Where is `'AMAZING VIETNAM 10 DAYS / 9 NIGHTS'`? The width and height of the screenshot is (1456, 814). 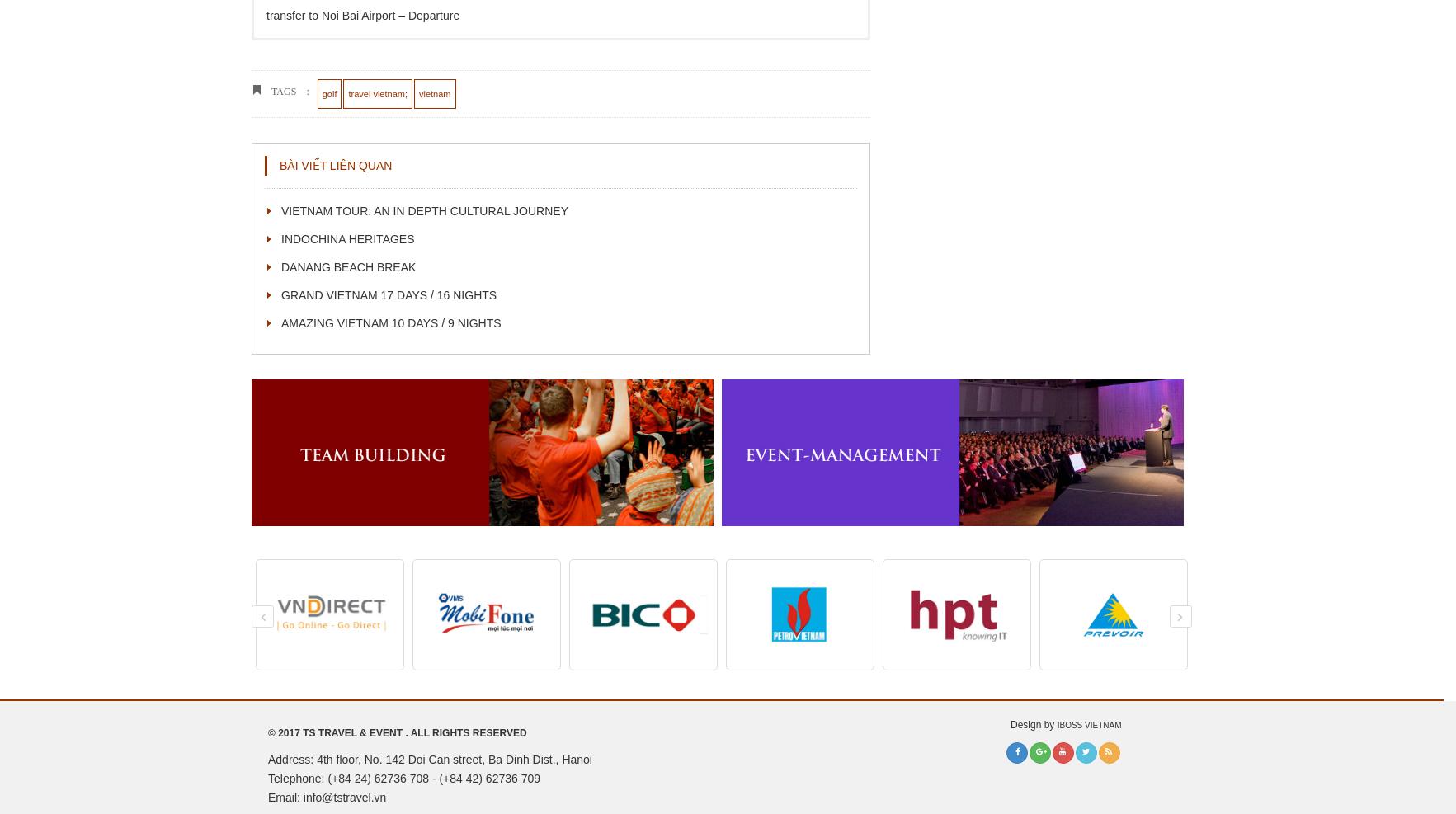
'AMAZING VIETNAM 10 DAYS / 9 NIGHTS' is located at coordinates (390, 322).